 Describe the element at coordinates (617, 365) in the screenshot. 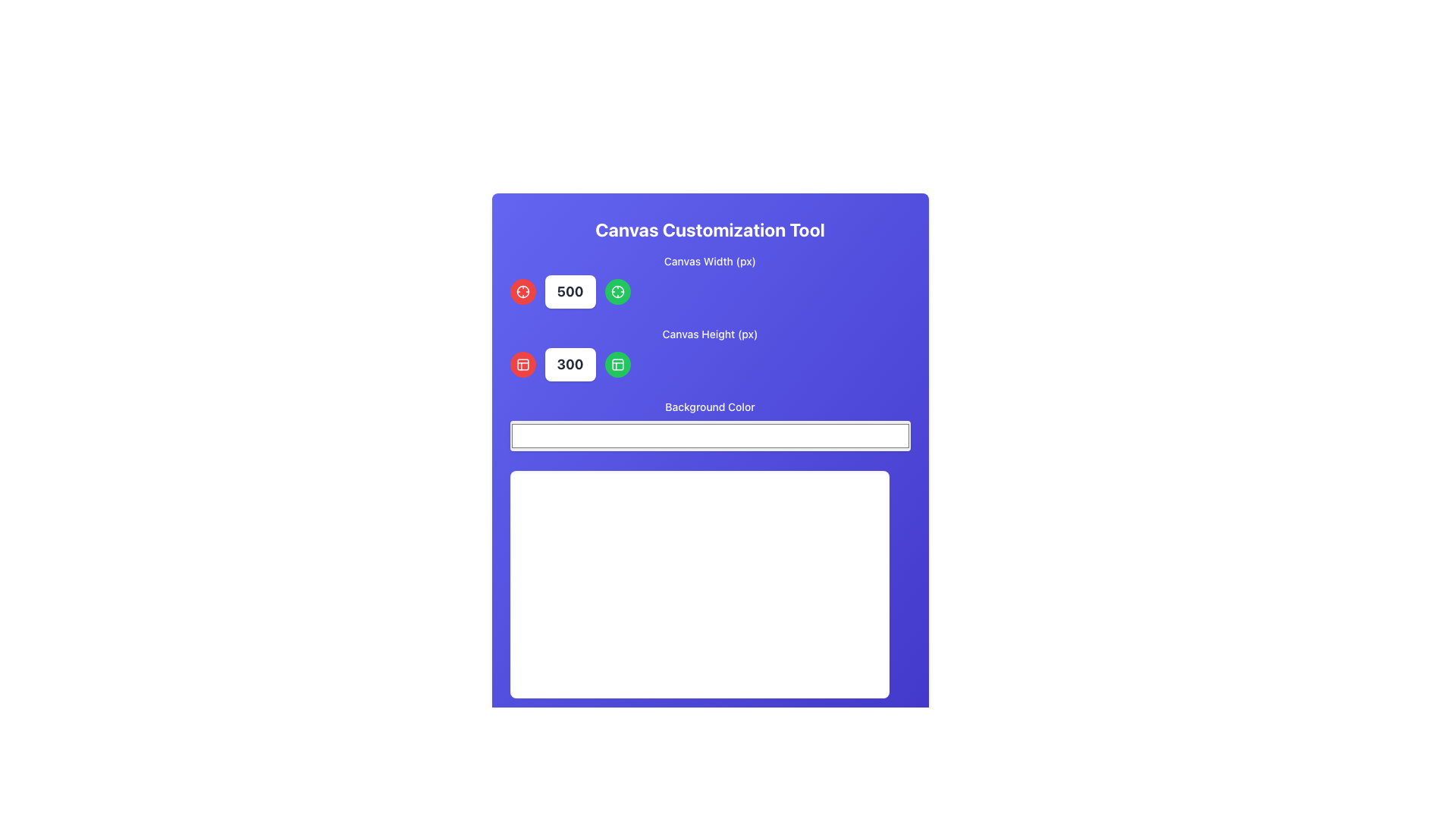

I see `the graphical icon component that is centrally positioned beside the numeric input field for canvas height` at that location.